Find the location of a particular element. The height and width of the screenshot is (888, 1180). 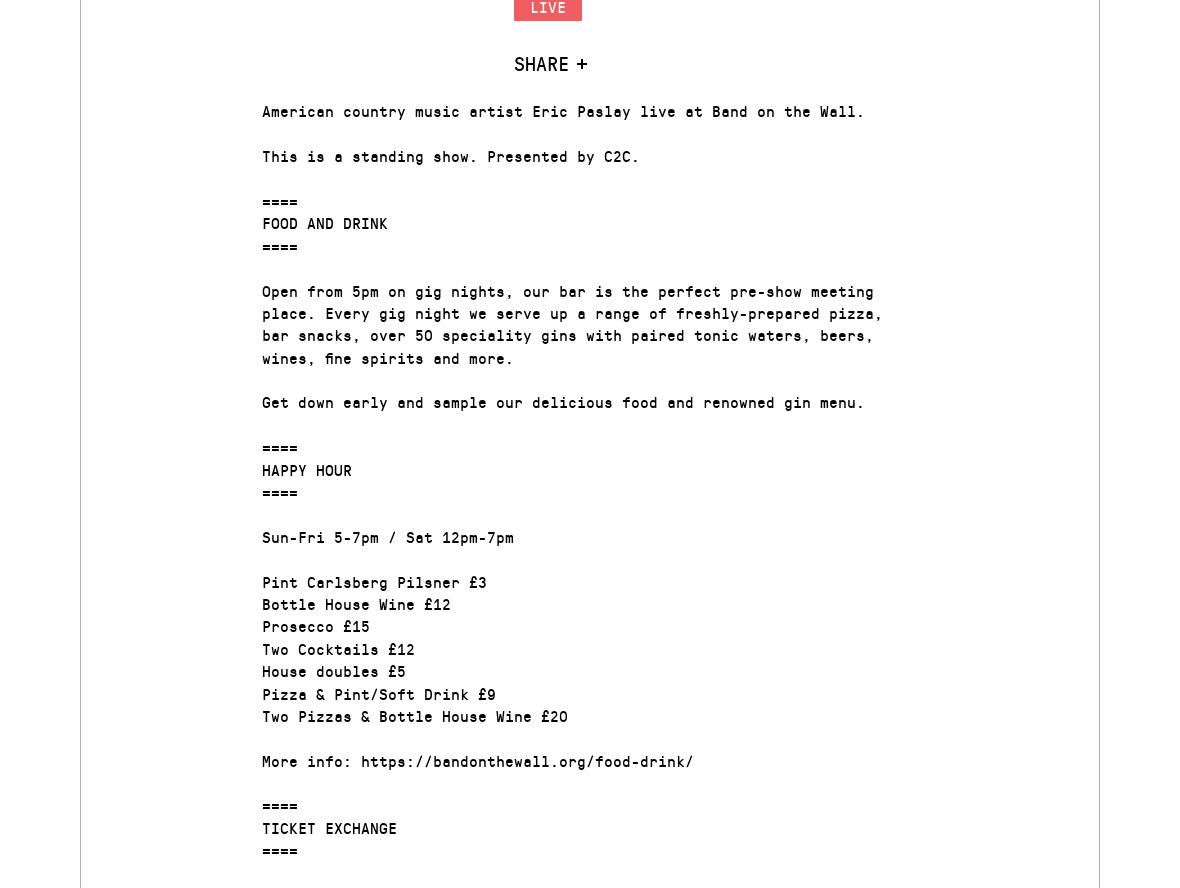

'FOOD AND DRINK' is located at coordinates (323, 222).